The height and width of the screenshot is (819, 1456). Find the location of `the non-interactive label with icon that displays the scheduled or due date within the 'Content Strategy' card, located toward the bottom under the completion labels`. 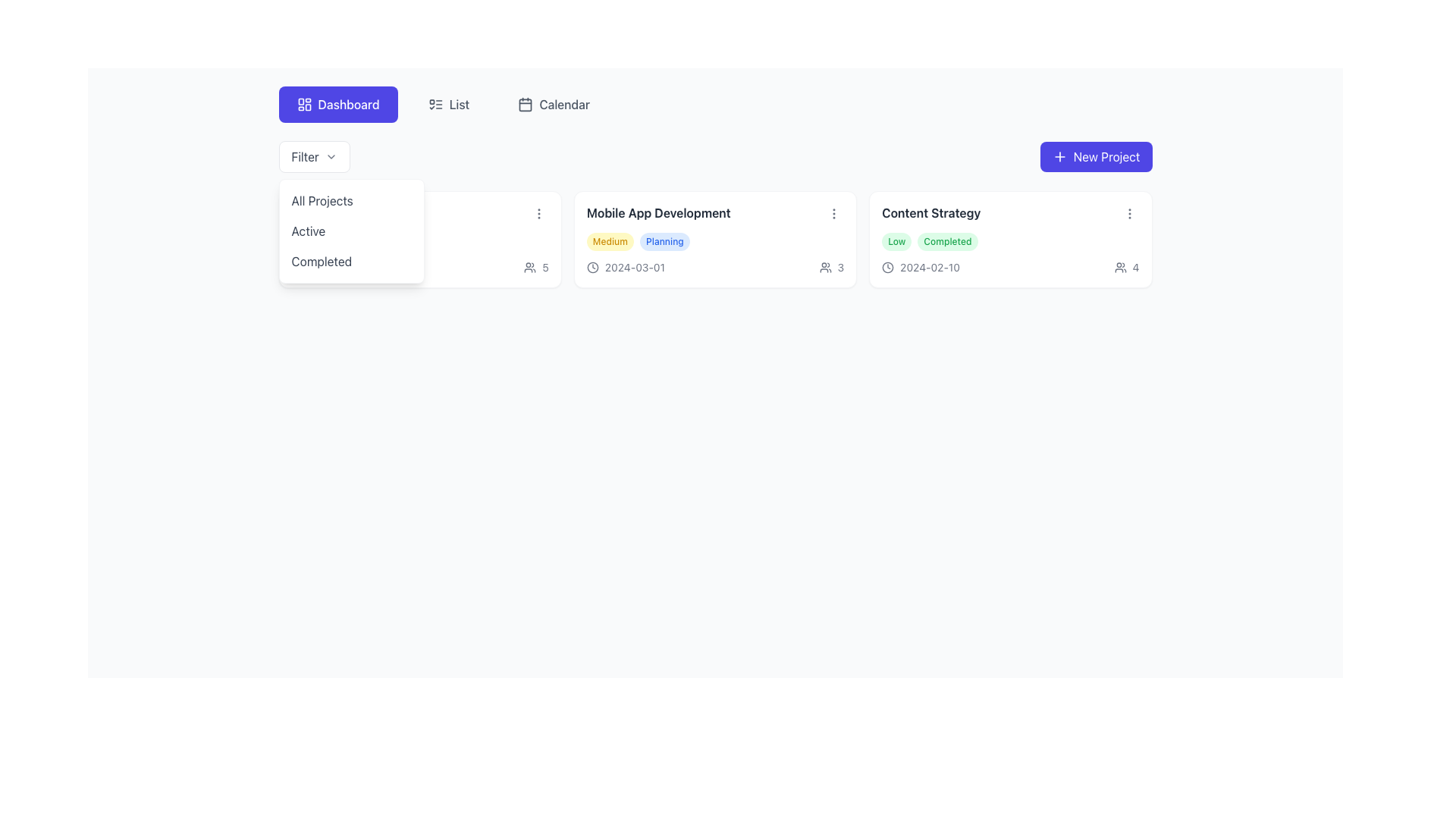

the non-interactive label with icon that displays the scheduled or due date within the 'Content Strategy' card, located toward the bottom under the completion labels is located at coordinates (920, 267).